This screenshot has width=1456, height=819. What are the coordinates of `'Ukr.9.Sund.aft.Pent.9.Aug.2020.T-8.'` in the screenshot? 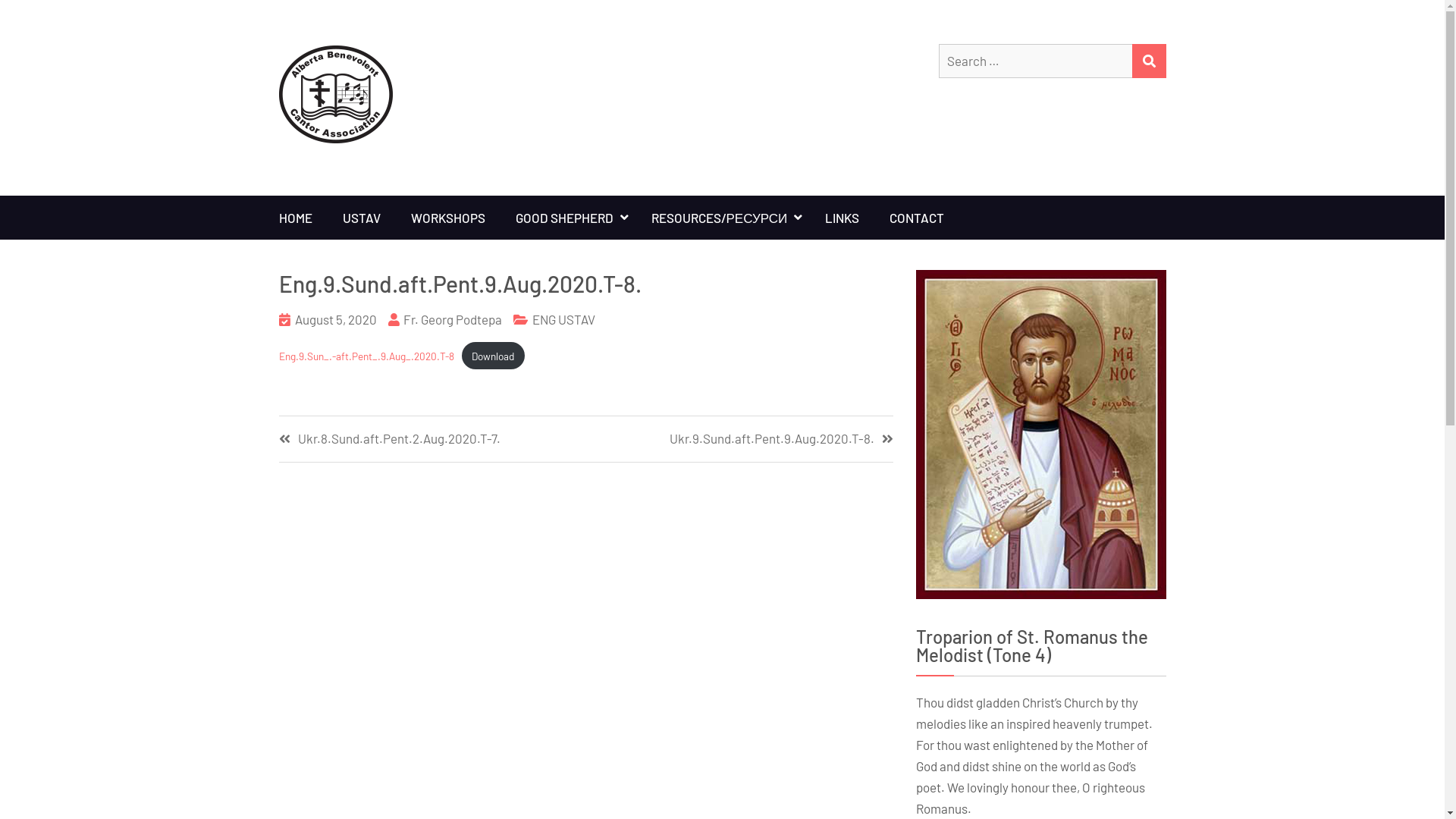 It's located at (739, 438).